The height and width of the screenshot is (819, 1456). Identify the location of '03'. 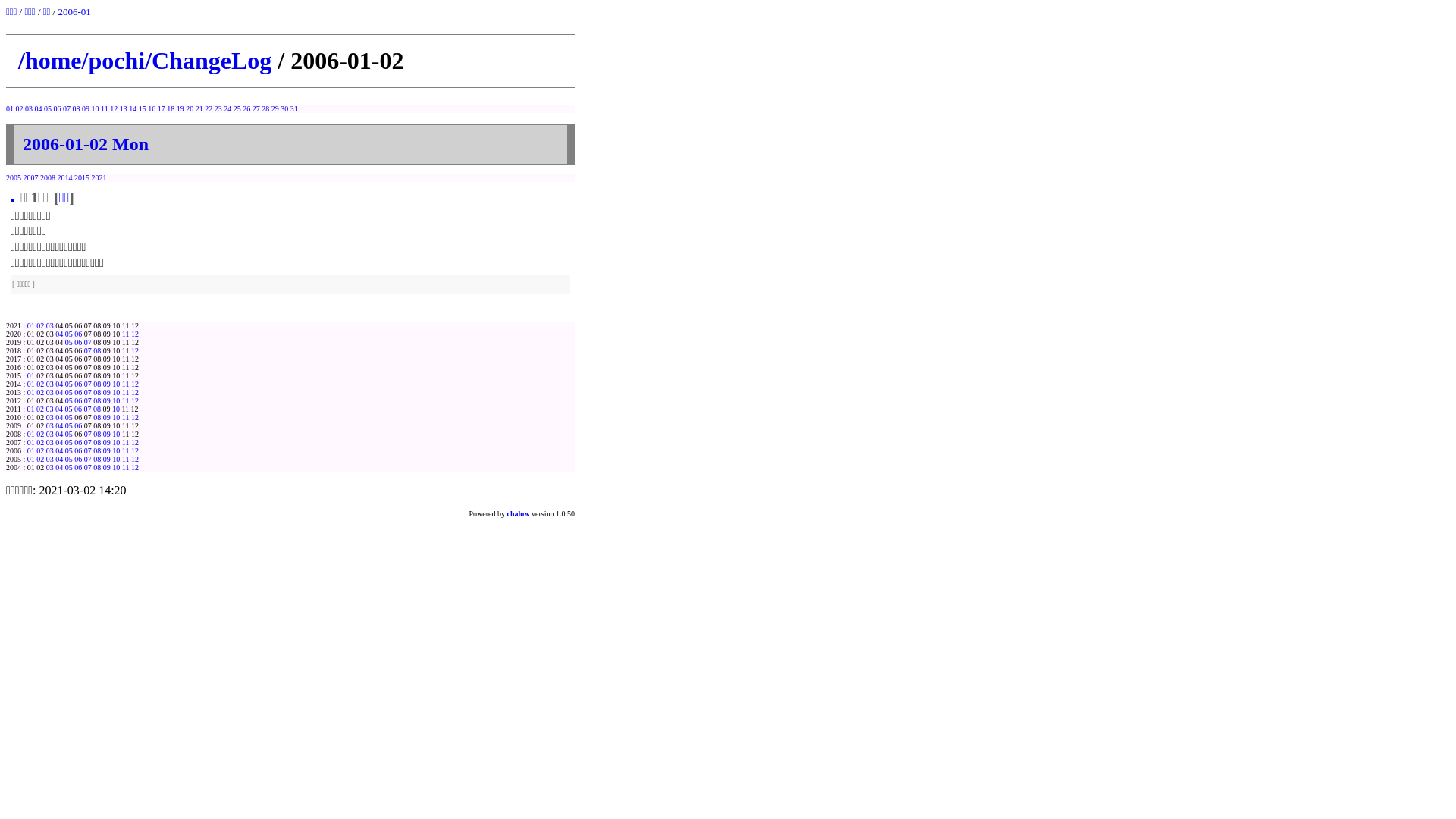
(46, 450).